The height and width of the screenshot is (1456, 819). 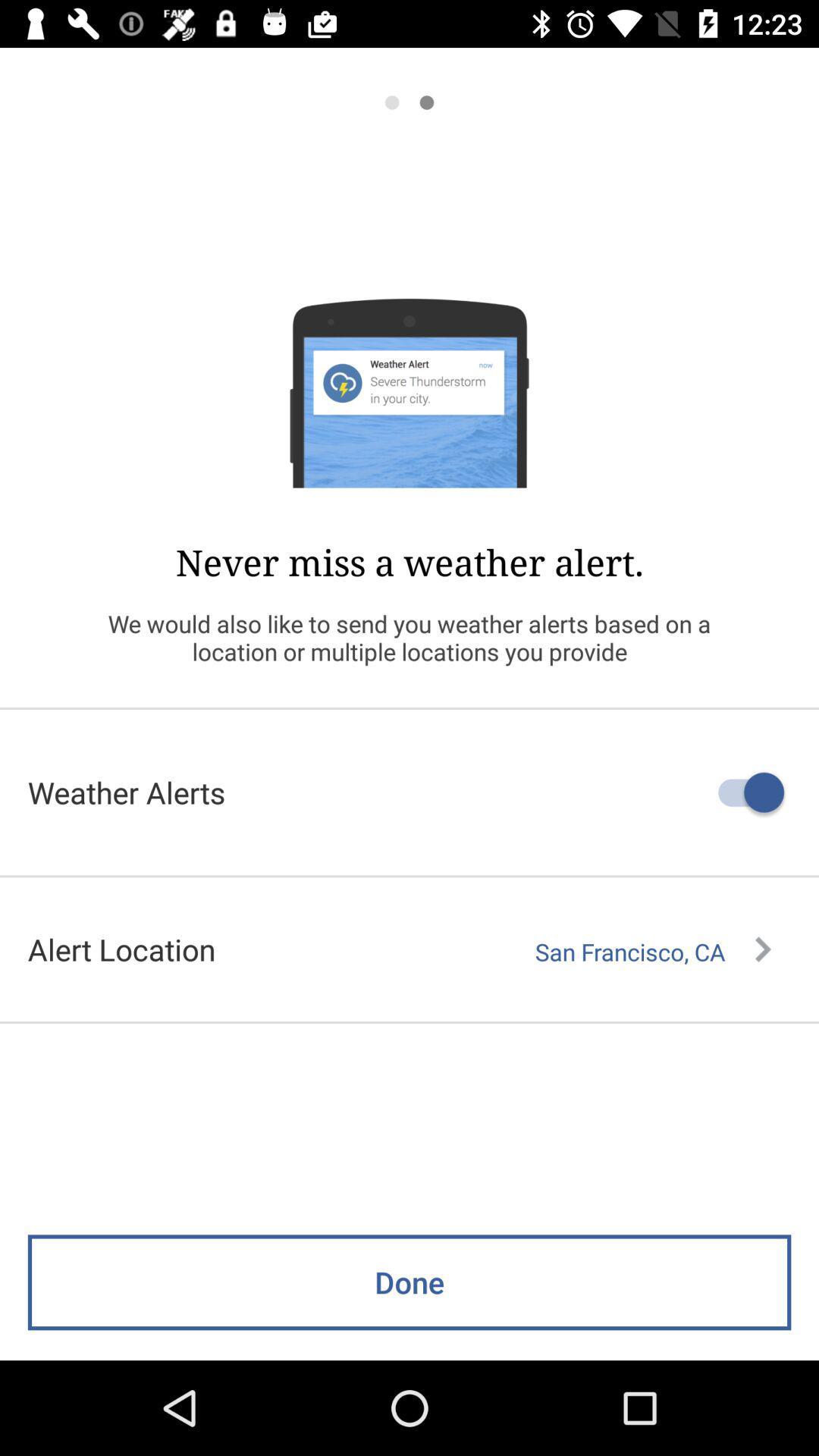 I want to click on done button, so click(x=409, y=1314).